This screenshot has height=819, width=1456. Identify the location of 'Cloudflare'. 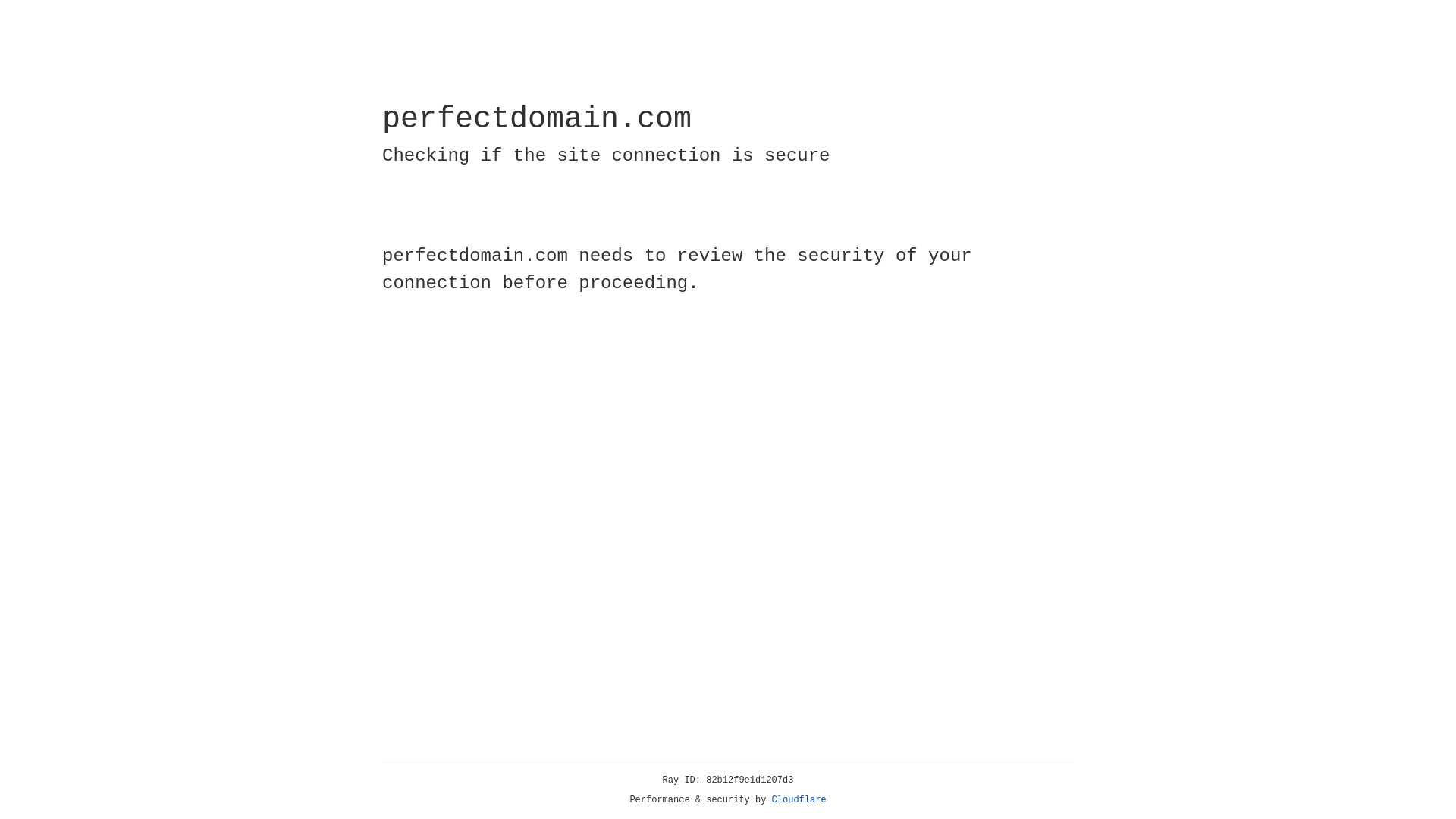
(799, 799).